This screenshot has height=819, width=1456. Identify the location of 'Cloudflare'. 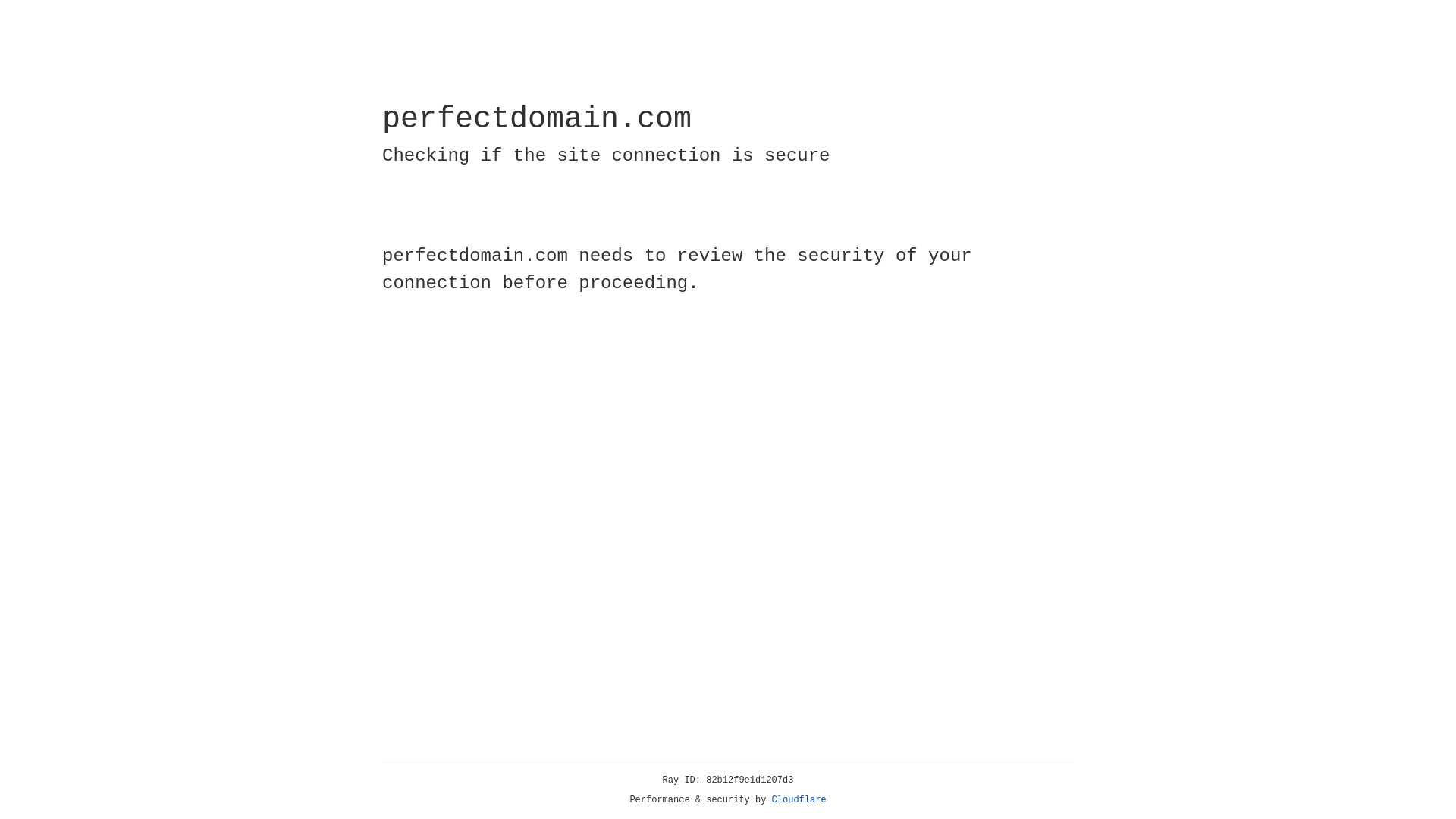
(799, 799).